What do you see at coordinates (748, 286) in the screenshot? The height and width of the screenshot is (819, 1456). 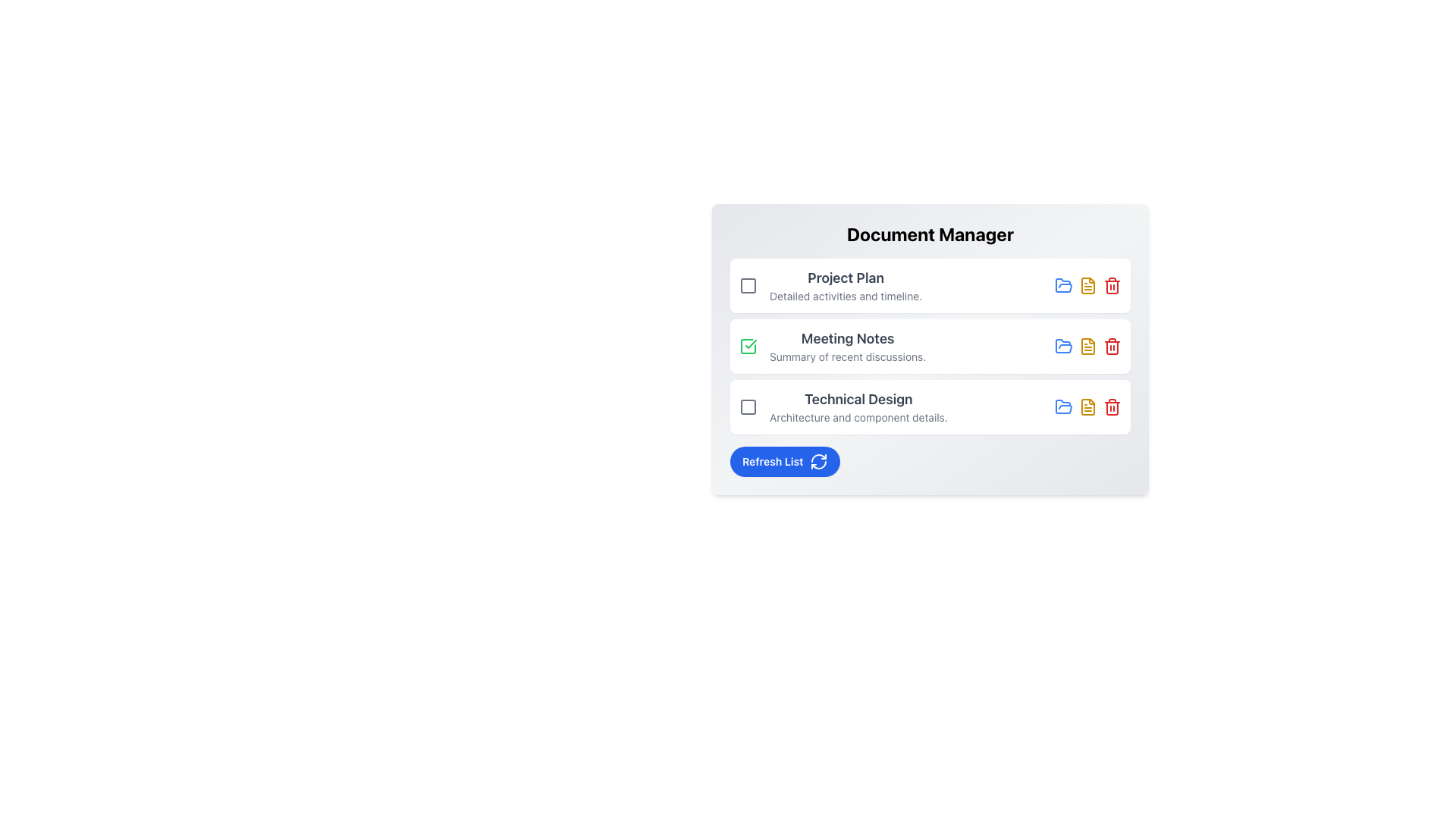 I see `the square icon with a gray border located to the left of 'Project Plan'` at bounding box center [748, 286].